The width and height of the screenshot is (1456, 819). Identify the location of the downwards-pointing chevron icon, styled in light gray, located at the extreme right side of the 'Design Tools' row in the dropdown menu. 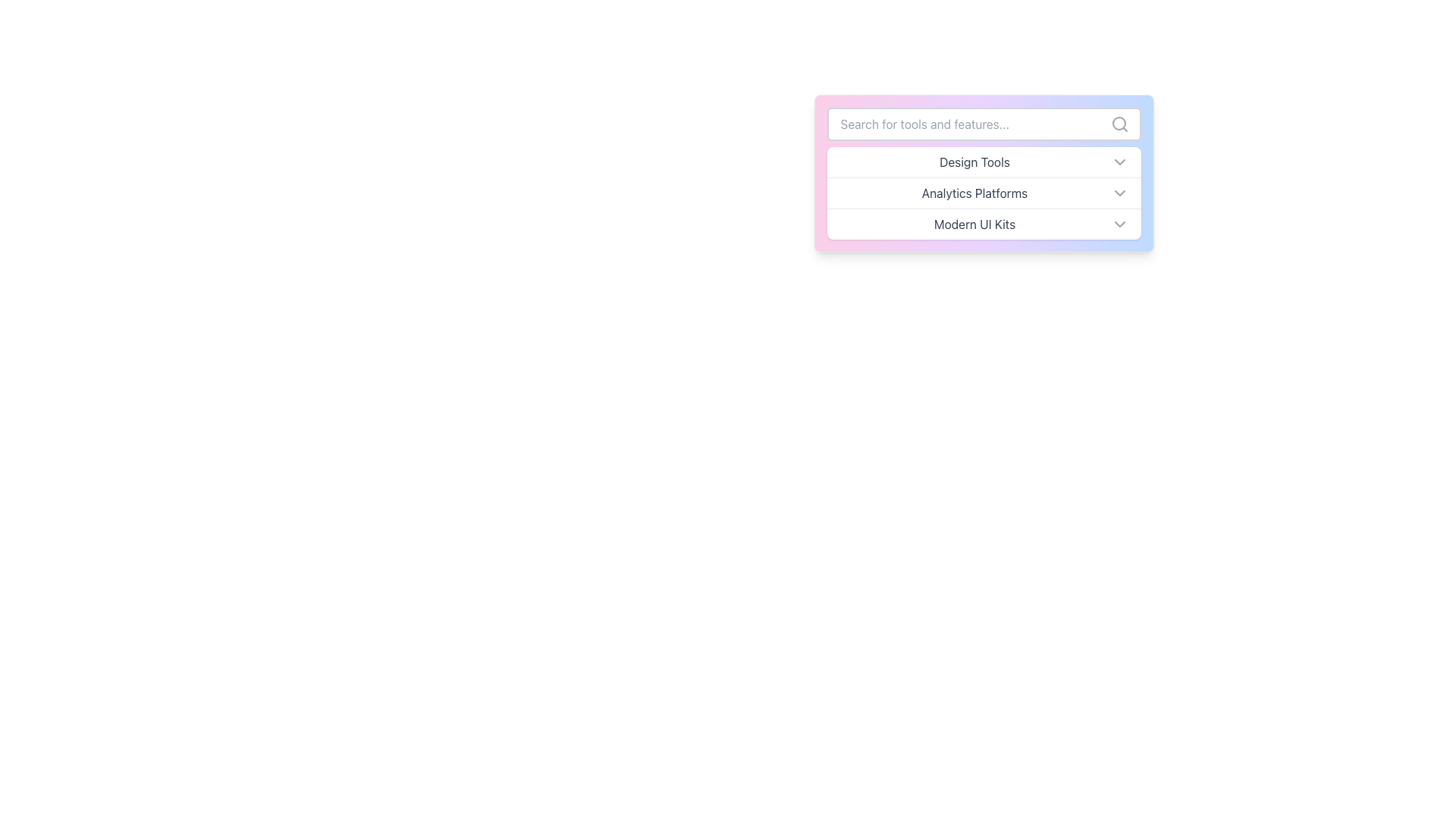
(1119, 162).